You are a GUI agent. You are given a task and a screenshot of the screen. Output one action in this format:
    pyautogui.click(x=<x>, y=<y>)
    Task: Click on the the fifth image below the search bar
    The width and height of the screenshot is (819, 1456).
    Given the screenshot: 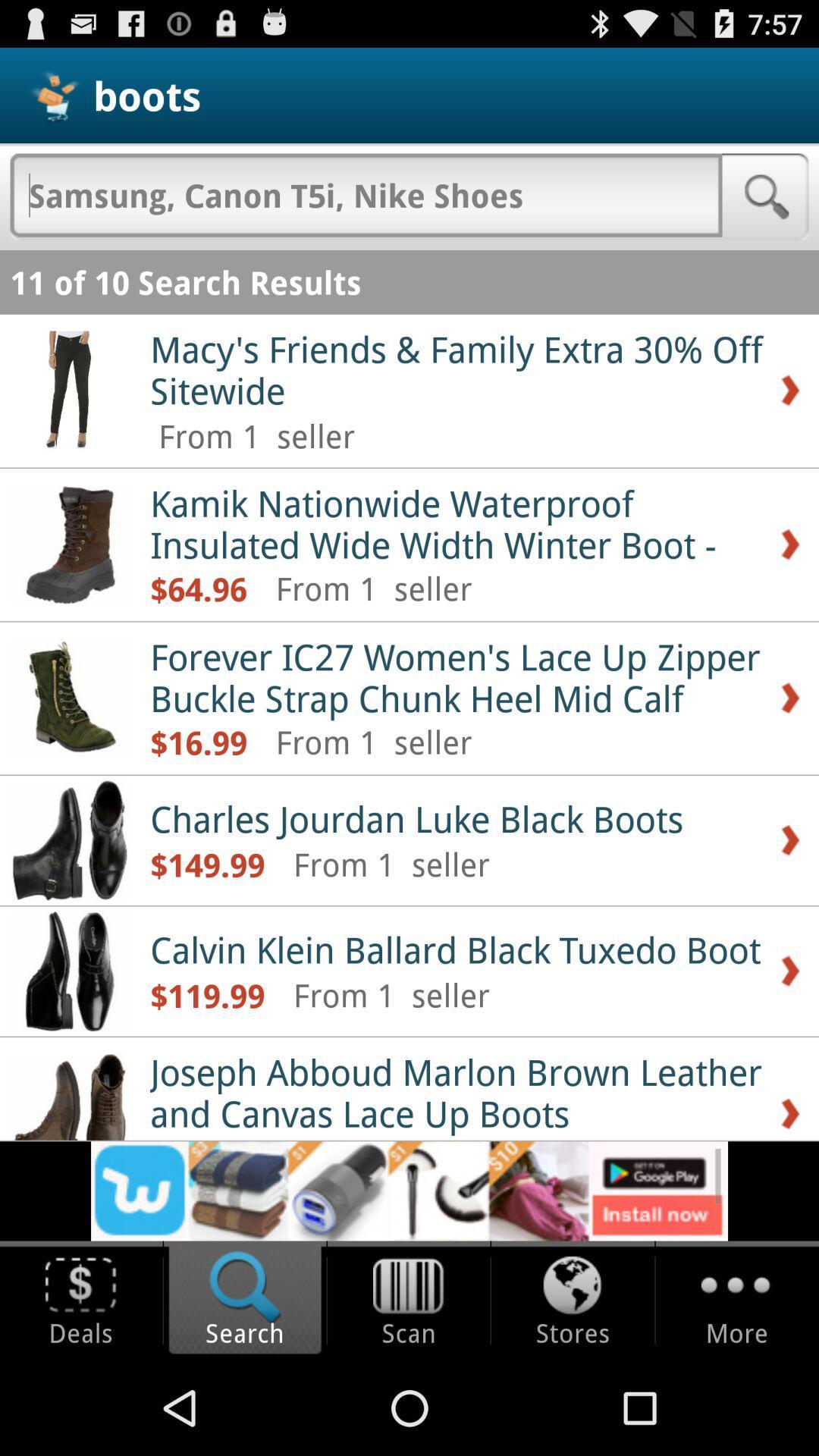 What is the action you would take?
    pyautogui.click(x=70, y=971)
    